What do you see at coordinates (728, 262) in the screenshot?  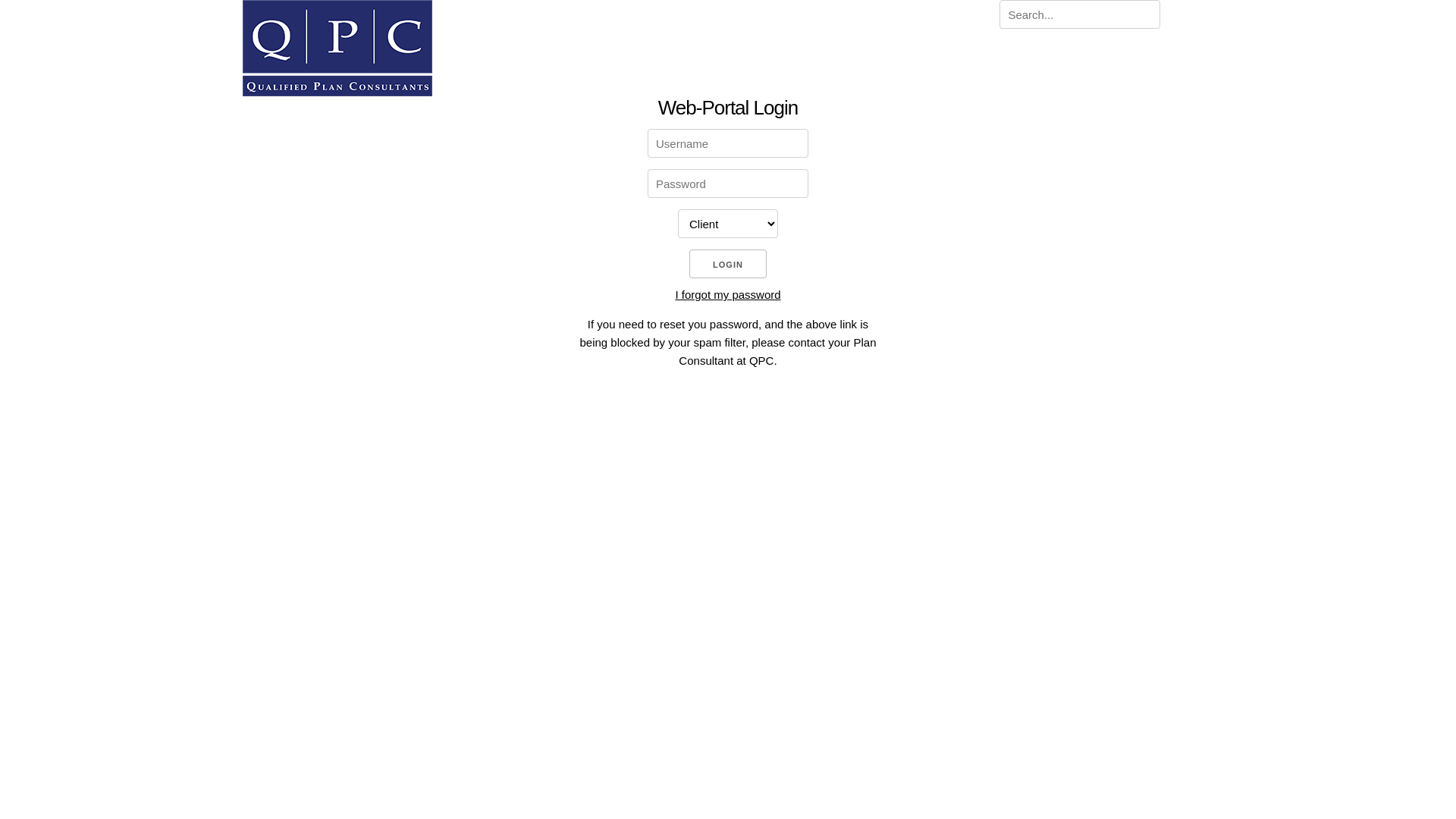 I see `'LOGIN'` at bounding box center [728, 262].